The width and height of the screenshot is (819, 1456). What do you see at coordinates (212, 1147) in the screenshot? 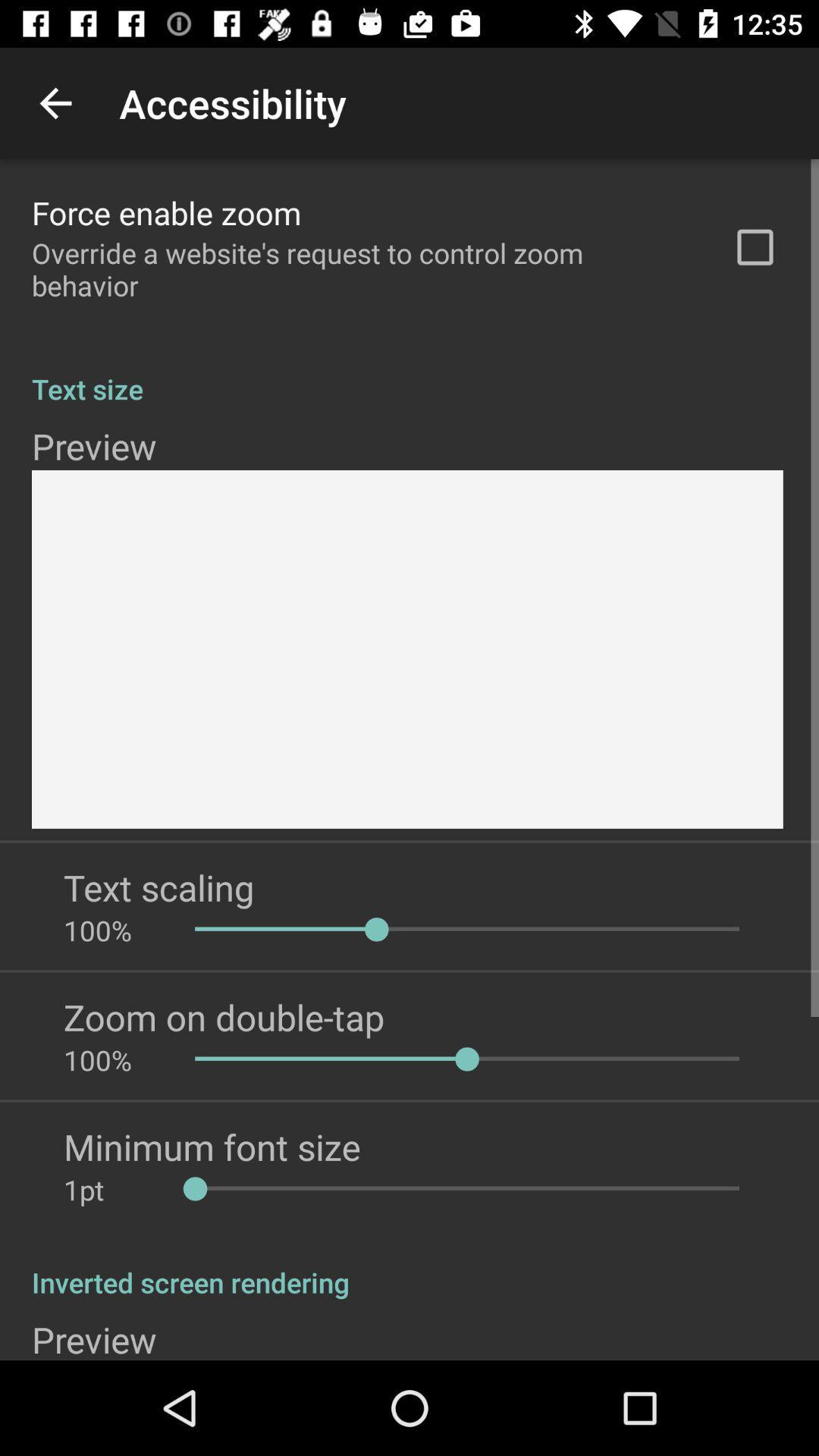
I see `minimum font size` at bounding box center [212, 1147].